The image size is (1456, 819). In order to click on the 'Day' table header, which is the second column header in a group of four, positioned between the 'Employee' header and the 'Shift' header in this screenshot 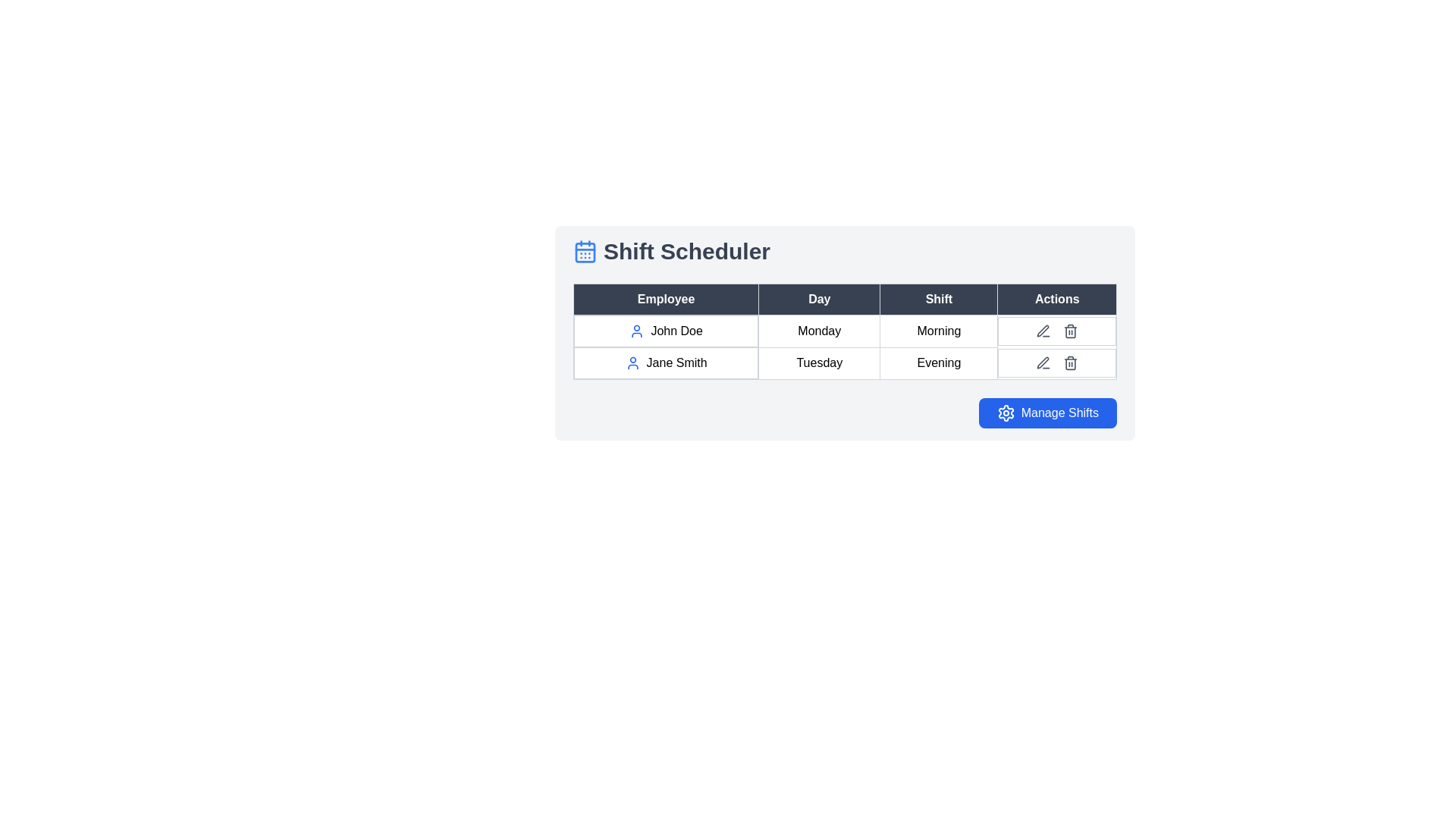, I will do `click(818, 299)`.